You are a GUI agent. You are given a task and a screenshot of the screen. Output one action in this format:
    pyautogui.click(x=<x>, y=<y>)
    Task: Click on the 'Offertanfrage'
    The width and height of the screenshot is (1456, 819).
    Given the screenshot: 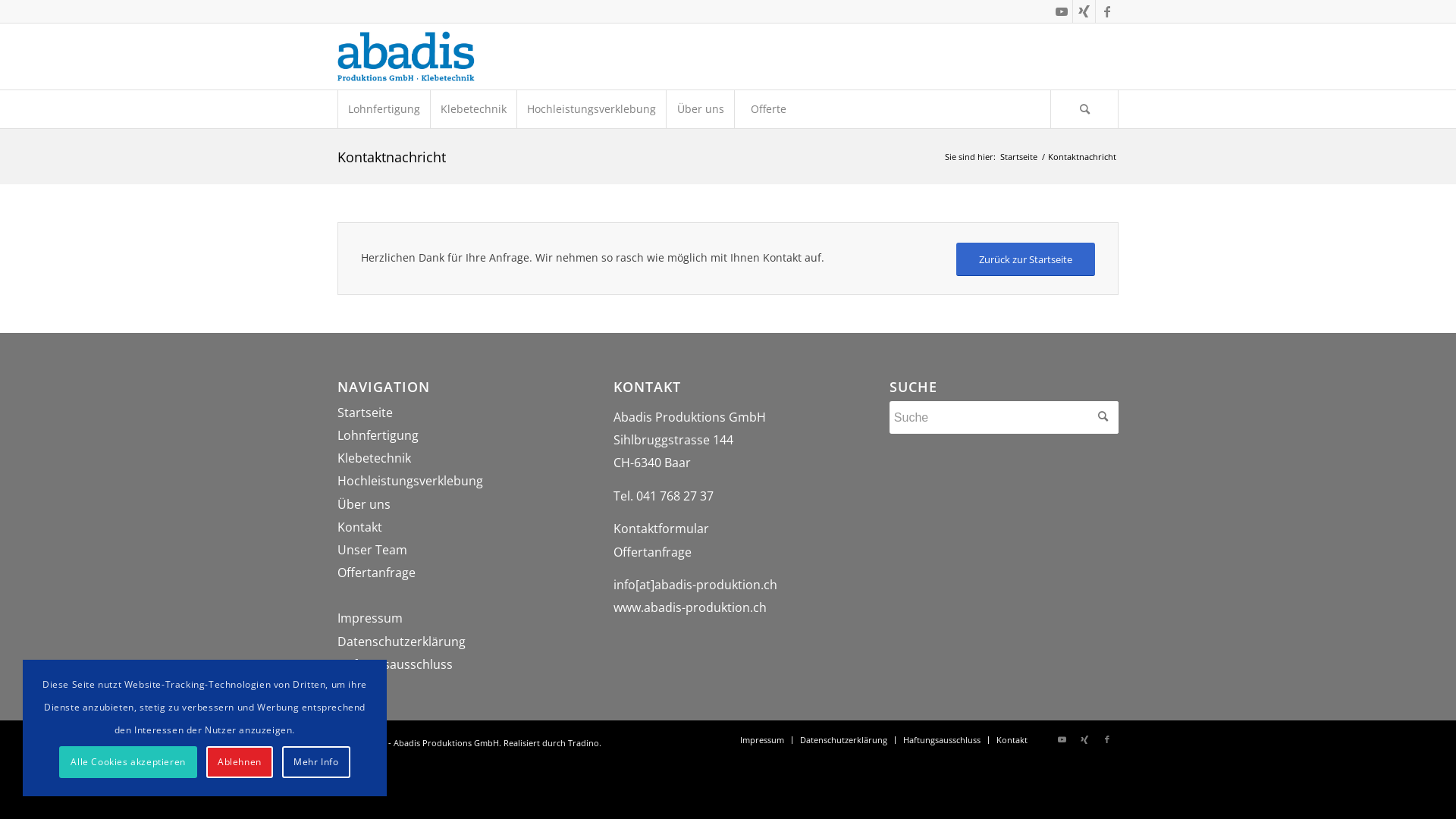 What is the action you would take?
    pyautogui.click(x=376, y=573)
    